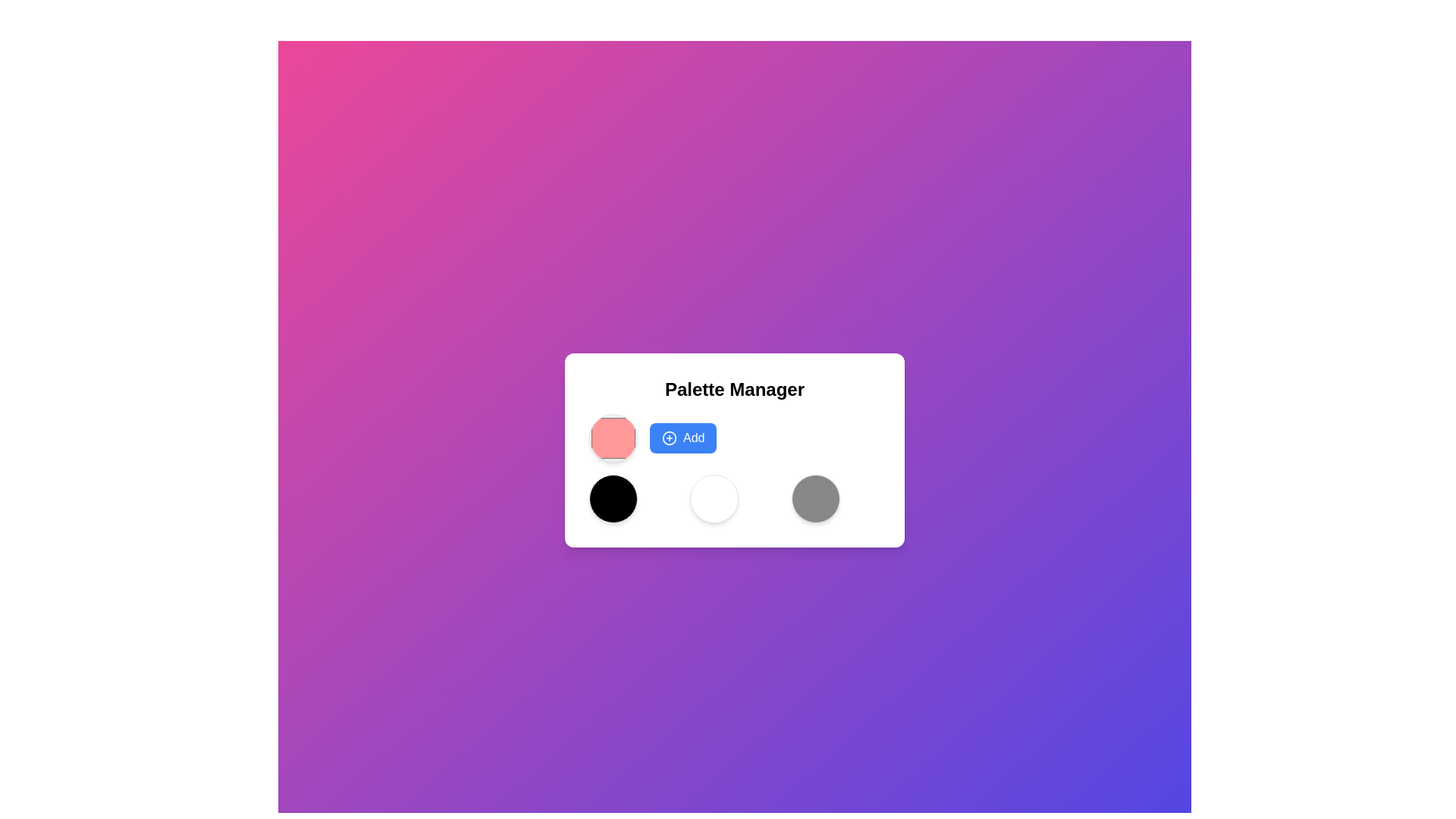 Image resolution: width=1456 pixels, height=819 pixels. Describe the element at coordinates (714, 499) in the screenshot. I see `the central circular button located in the row of three circular items, positioned below the 'Palette Manager' title` at that location.